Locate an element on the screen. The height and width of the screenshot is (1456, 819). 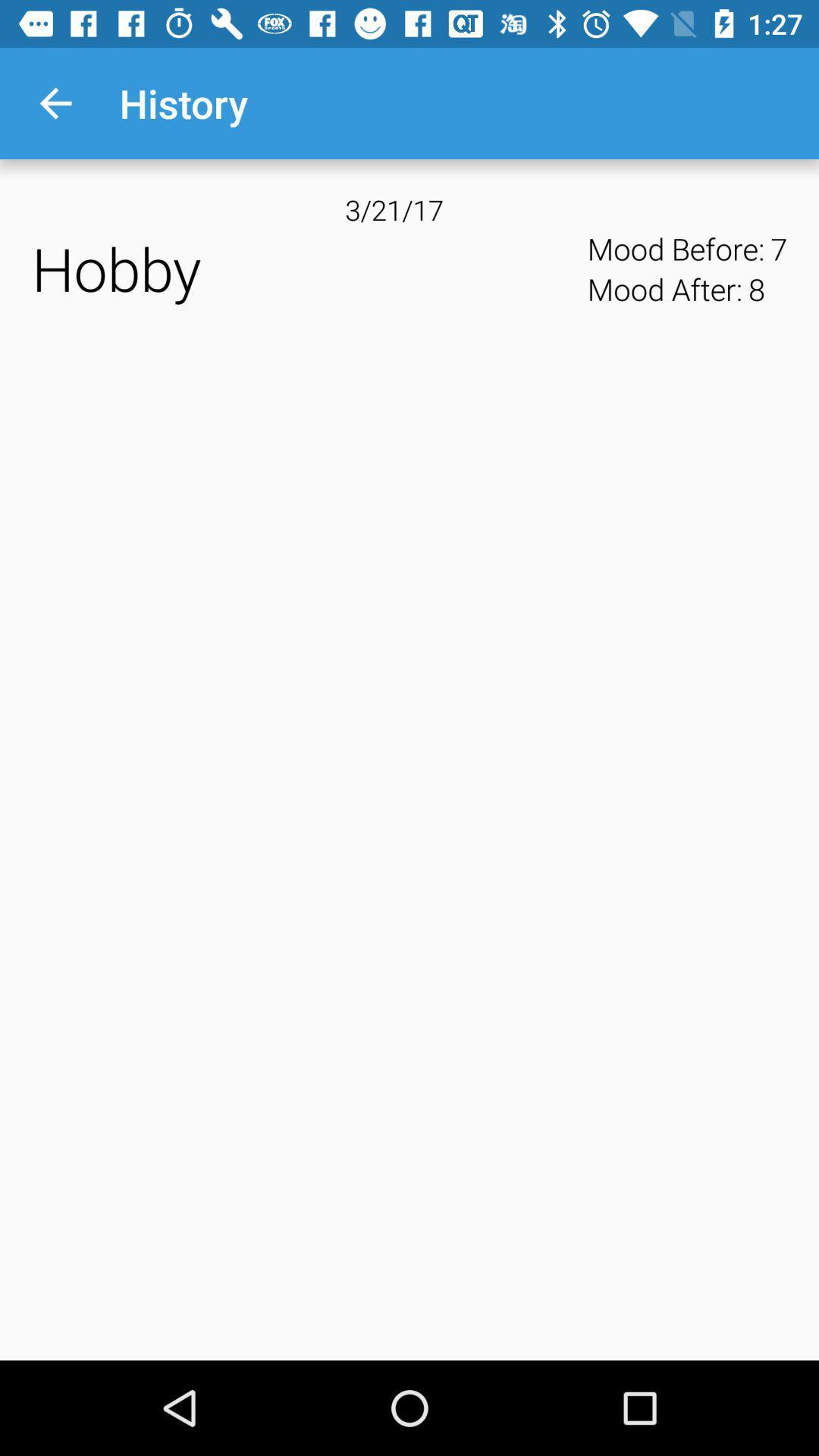
hobby app is located at coordinates (304, 268).